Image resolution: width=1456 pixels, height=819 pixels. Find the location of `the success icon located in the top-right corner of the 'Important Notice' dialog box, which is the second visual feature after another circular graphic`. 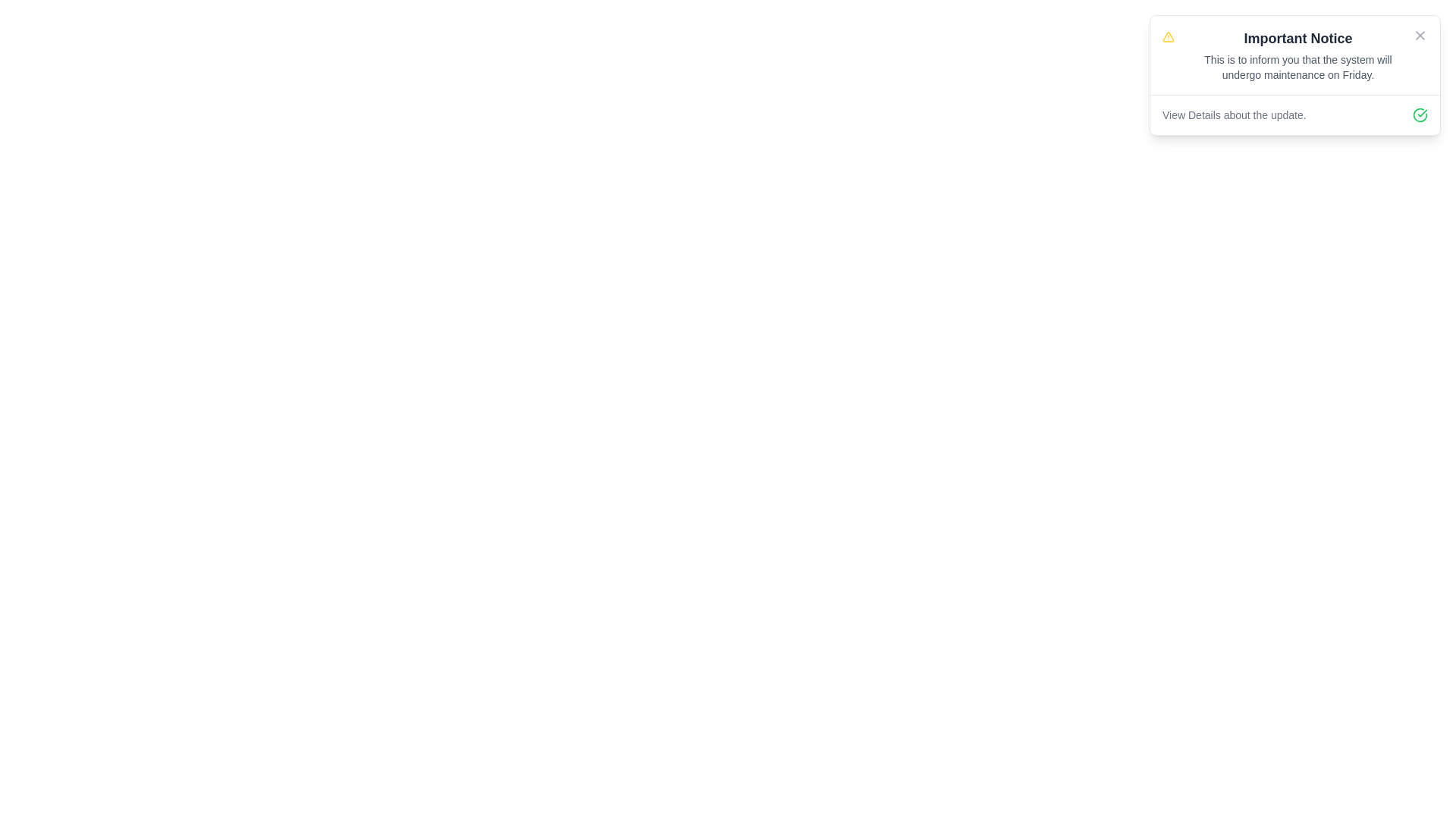

the success icon located in the top-right corner of the 'Important Notice' dialog box, which is the second visual feature after another circular graphic is located at coordinates (1419, 114).